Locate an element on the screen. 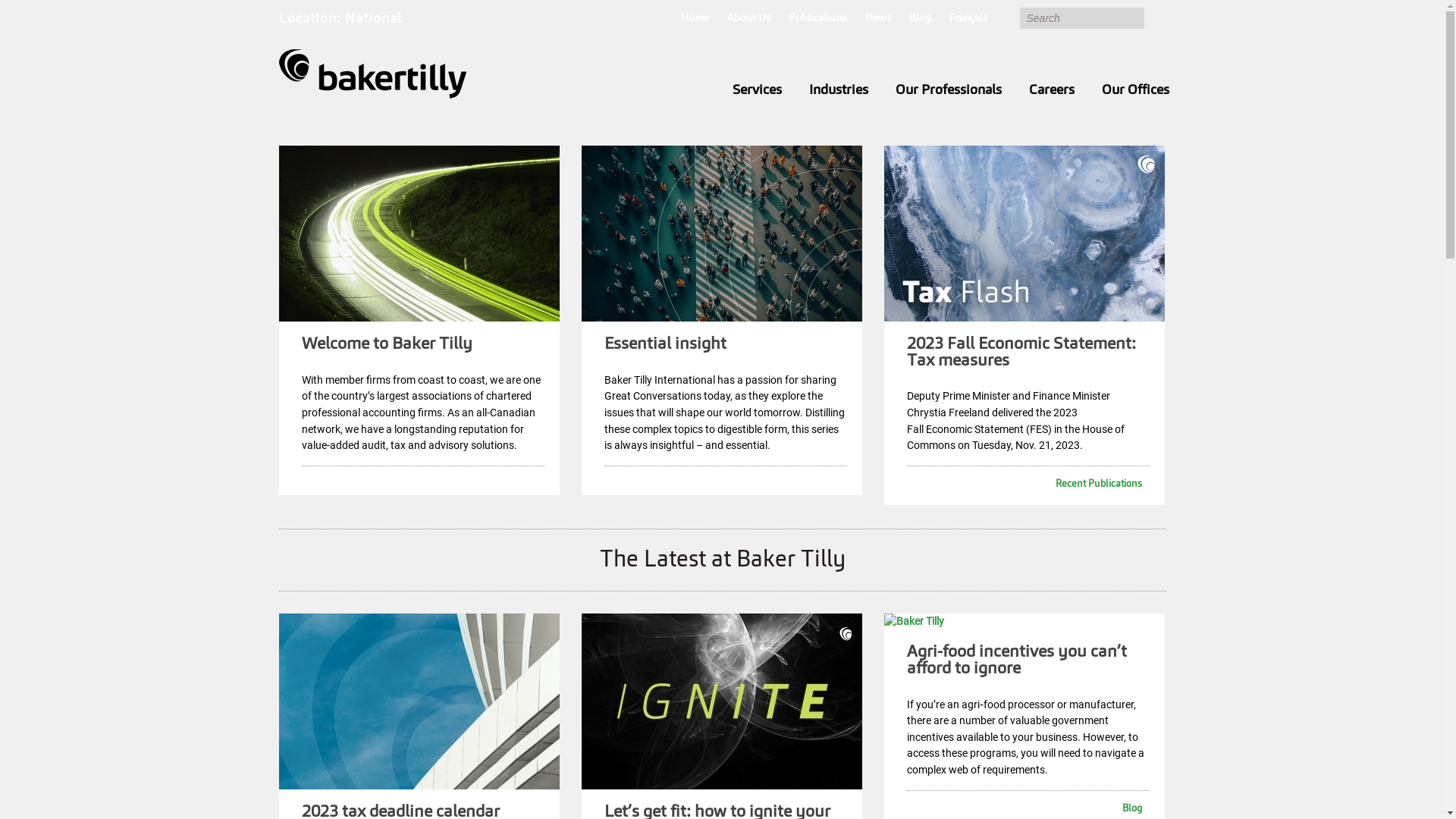 The width and height of the screenshot is (1456, 819). '2023 Fall Economic Statement: Tax measures' is located at coordinates (1021, 353).